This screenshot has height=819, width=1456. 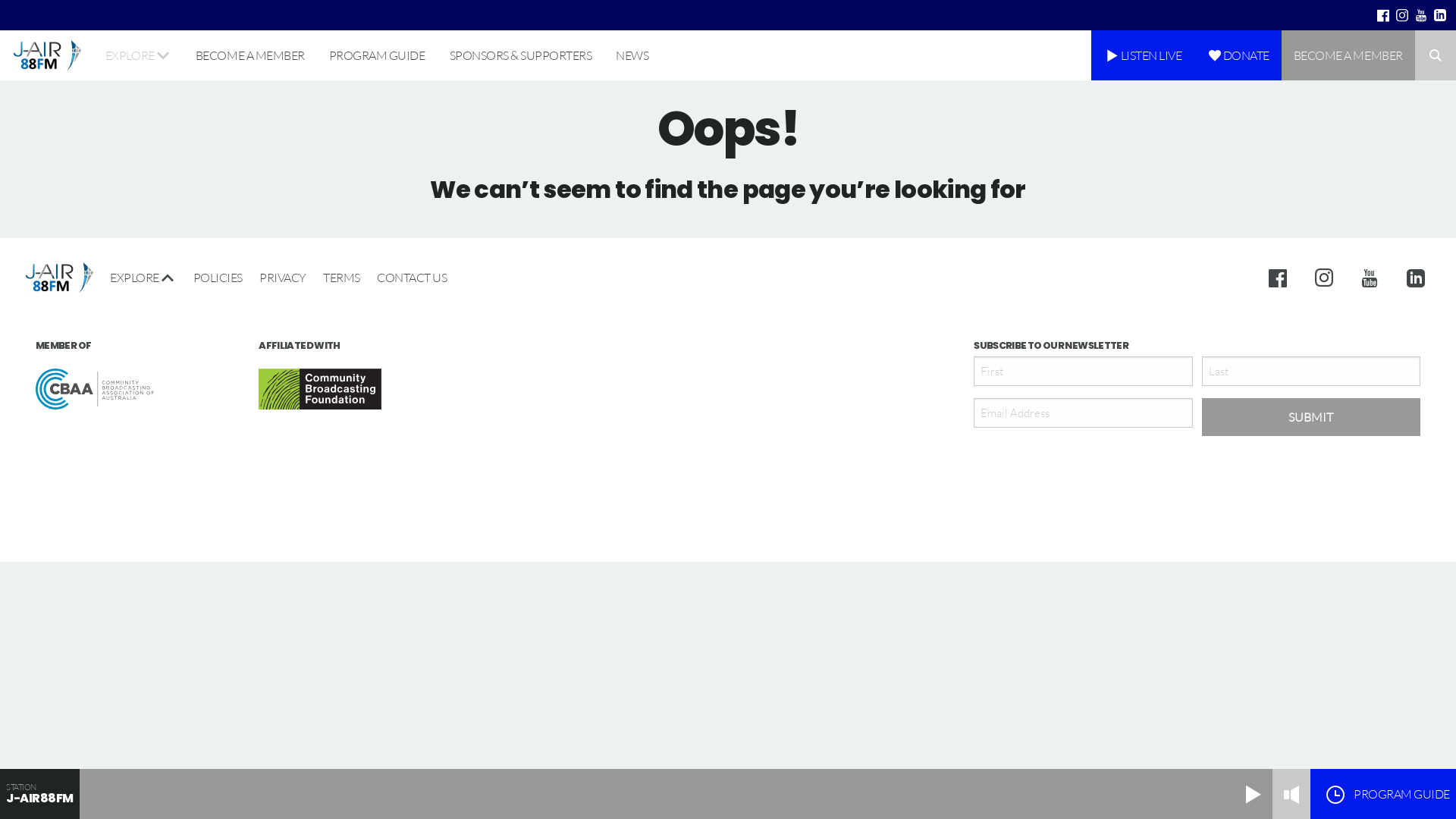 What do you see at coordinates (250, 55) in the screenshot?
I see `'BECOME A MEMBER'` at bounding box center [250, 55].